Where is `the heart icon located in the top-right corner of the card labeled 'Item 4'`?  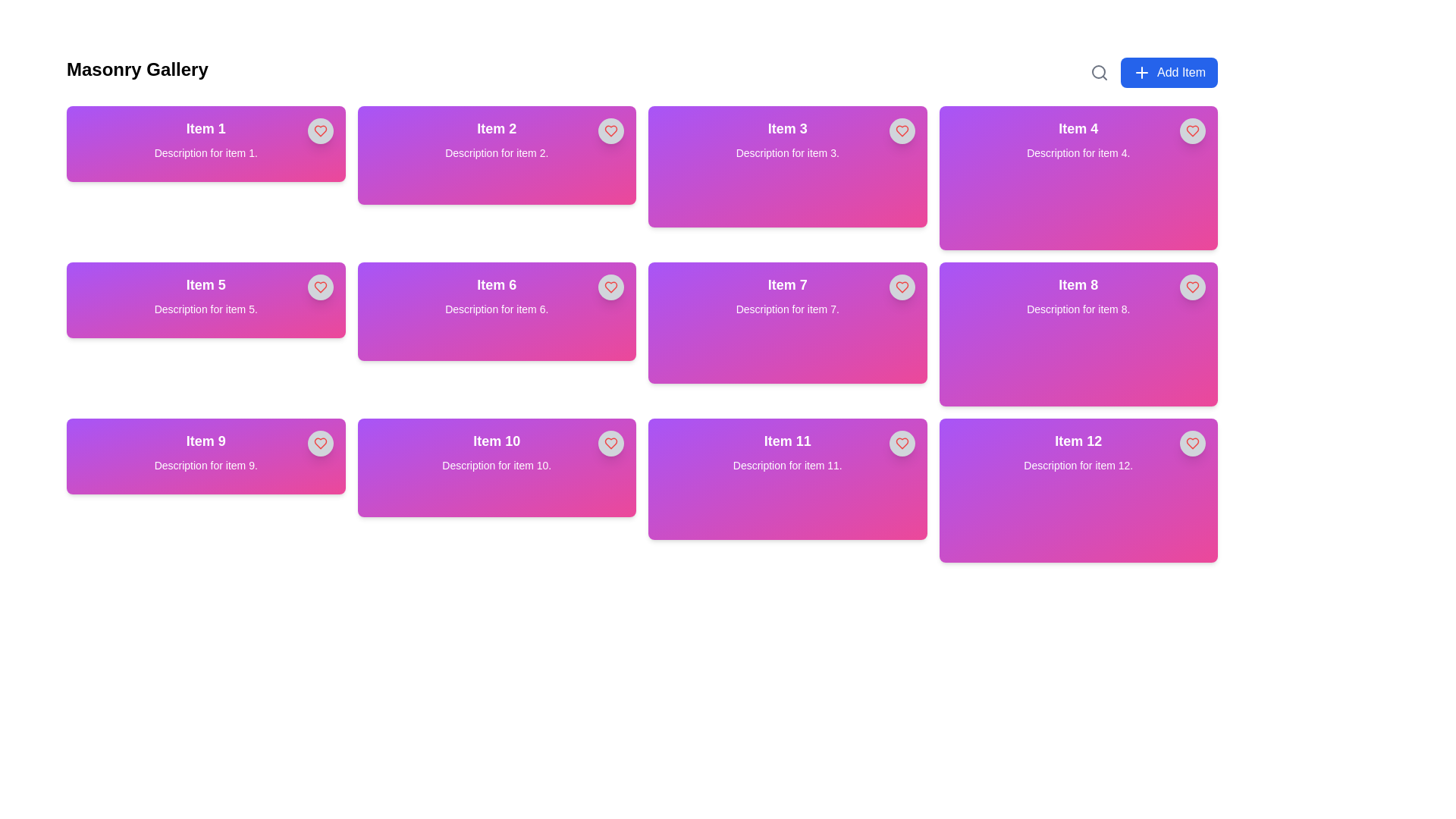 the heart icon located in the top-right corner of the card labeled 'Item 4' is located at coordinates (1192, 130).